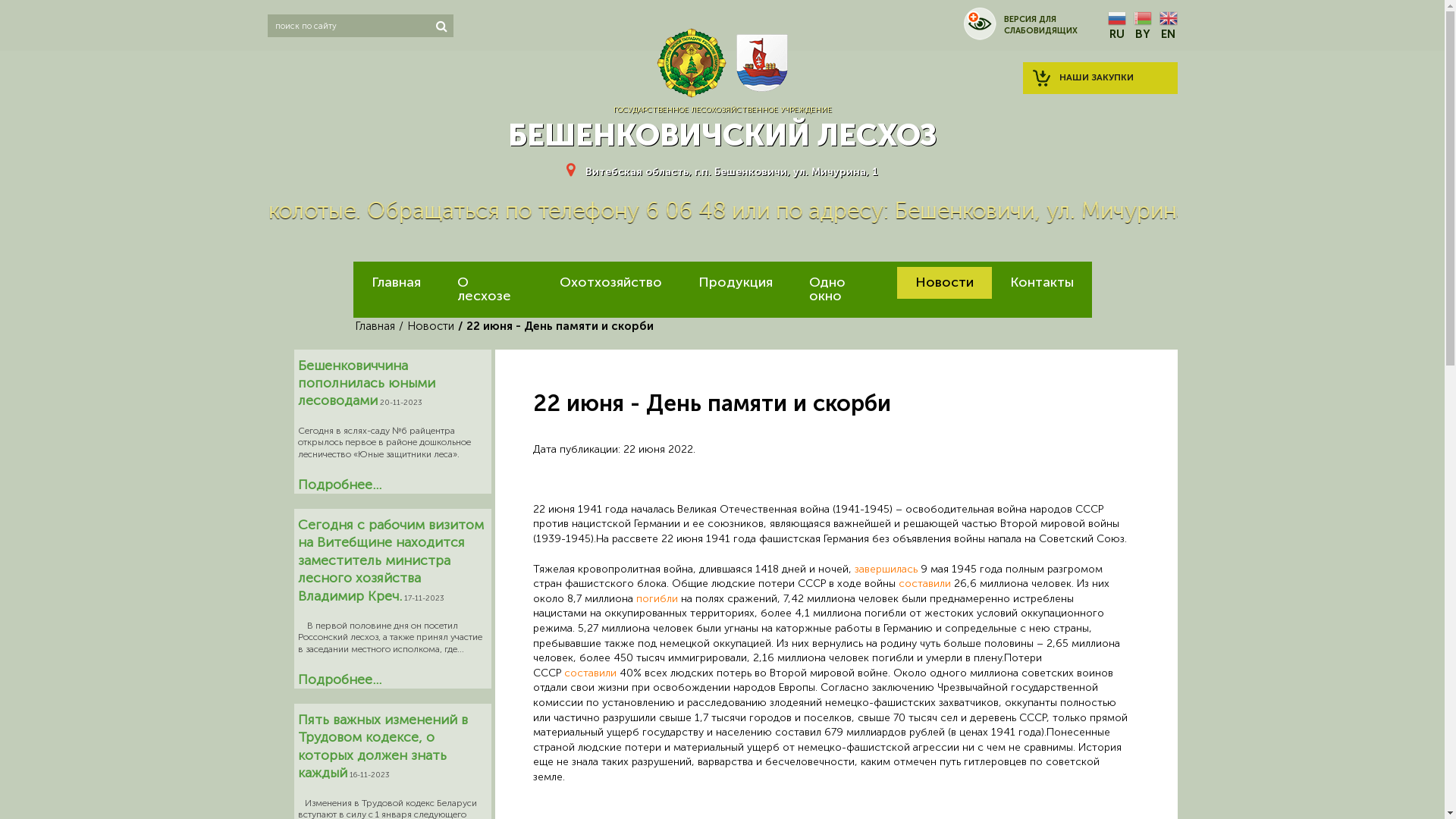 The width and height of the screenshot is (1456, 819). What do you see at coordinates (1132, 26) in the screenshot?
I see `'BY'` at bounding box center [1132, 26].